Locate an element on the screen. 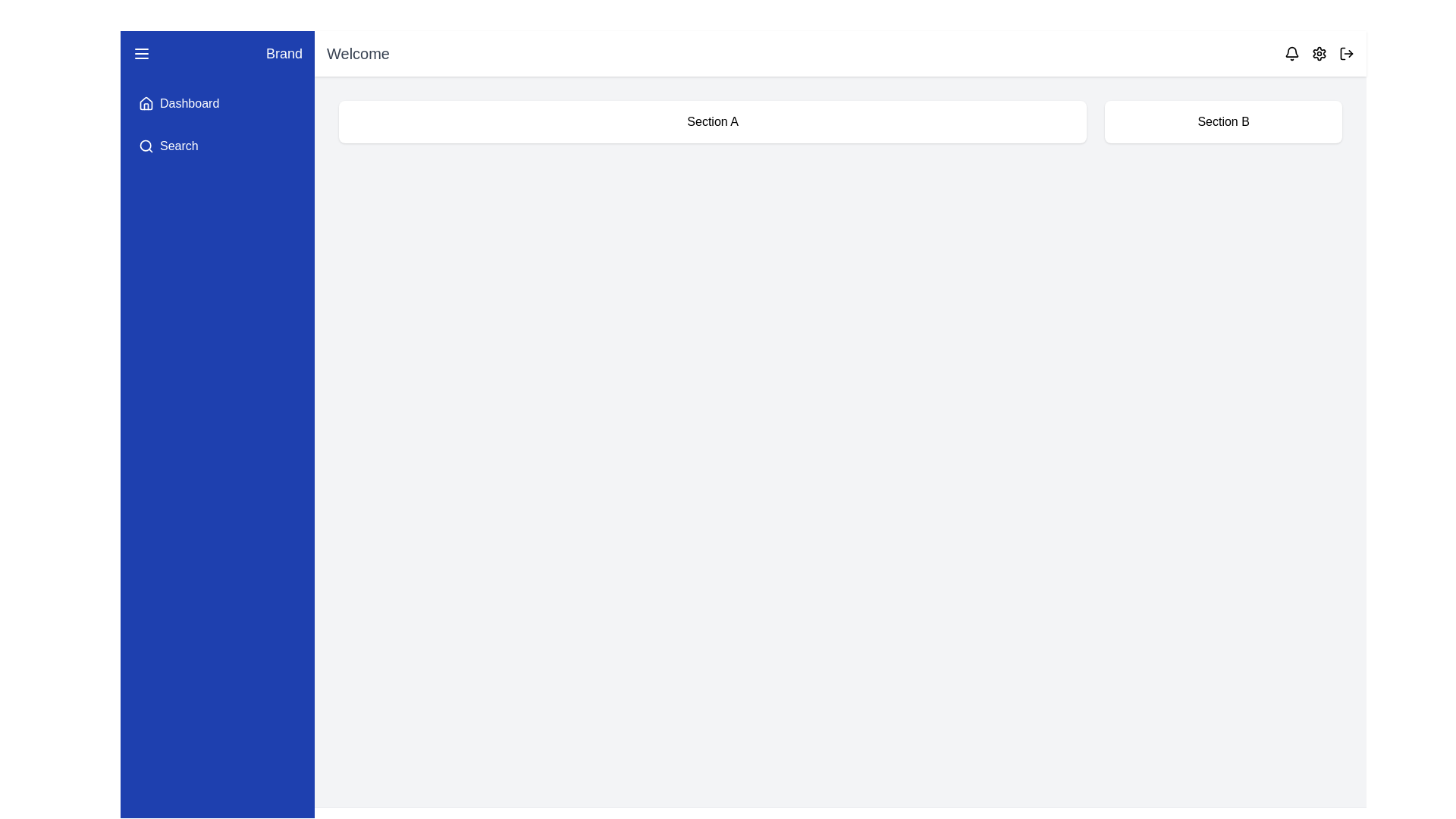 The image size is (1456, 819). the magnifying glass icon in the vertical navigation menu labeled 'Search' located below the 'Dashboard' menu item is located at coordinates (146, 146).